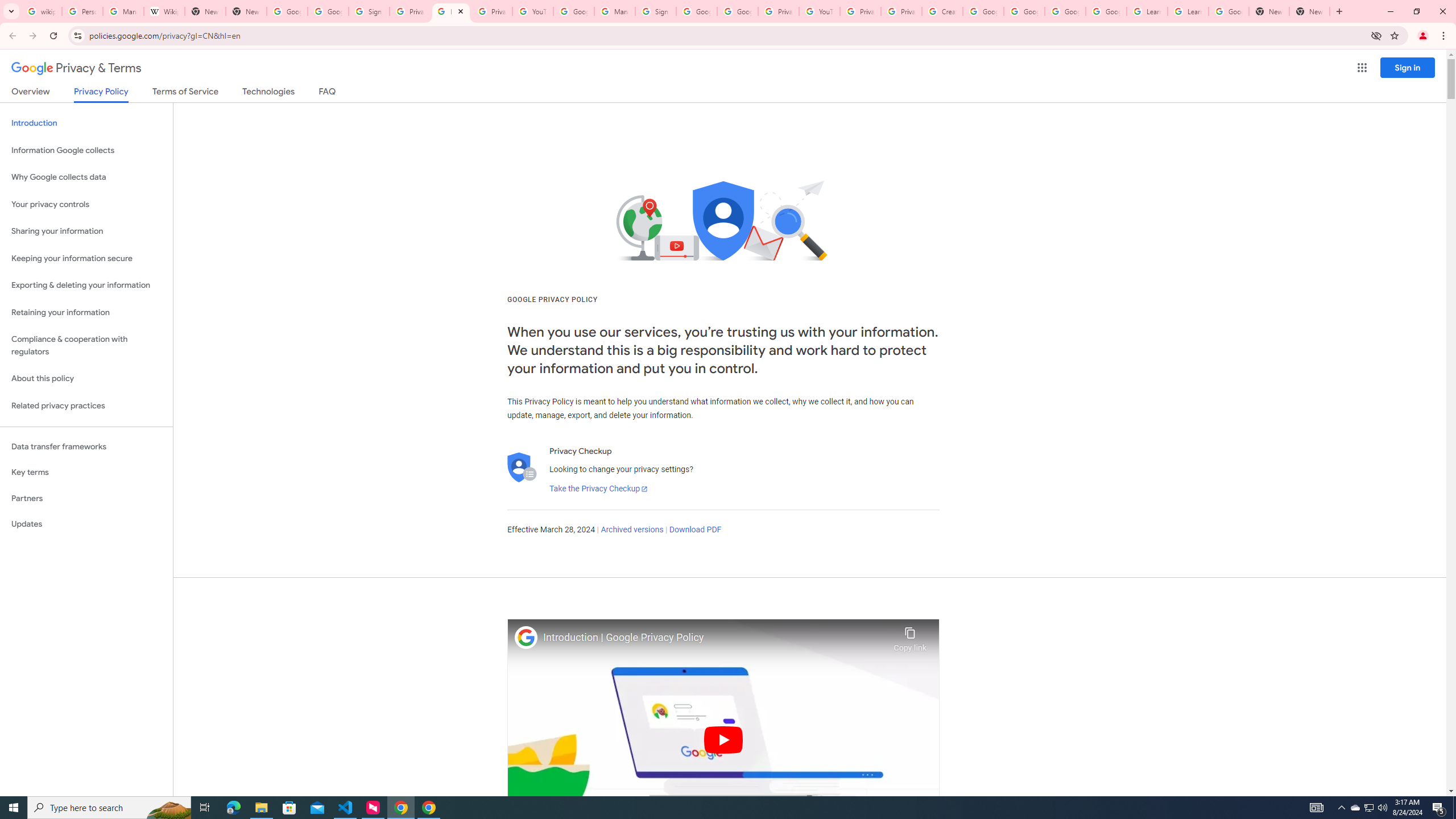 The image size is (1456, 819). I want to click on 'Why Google collects data', so click(86, 176).